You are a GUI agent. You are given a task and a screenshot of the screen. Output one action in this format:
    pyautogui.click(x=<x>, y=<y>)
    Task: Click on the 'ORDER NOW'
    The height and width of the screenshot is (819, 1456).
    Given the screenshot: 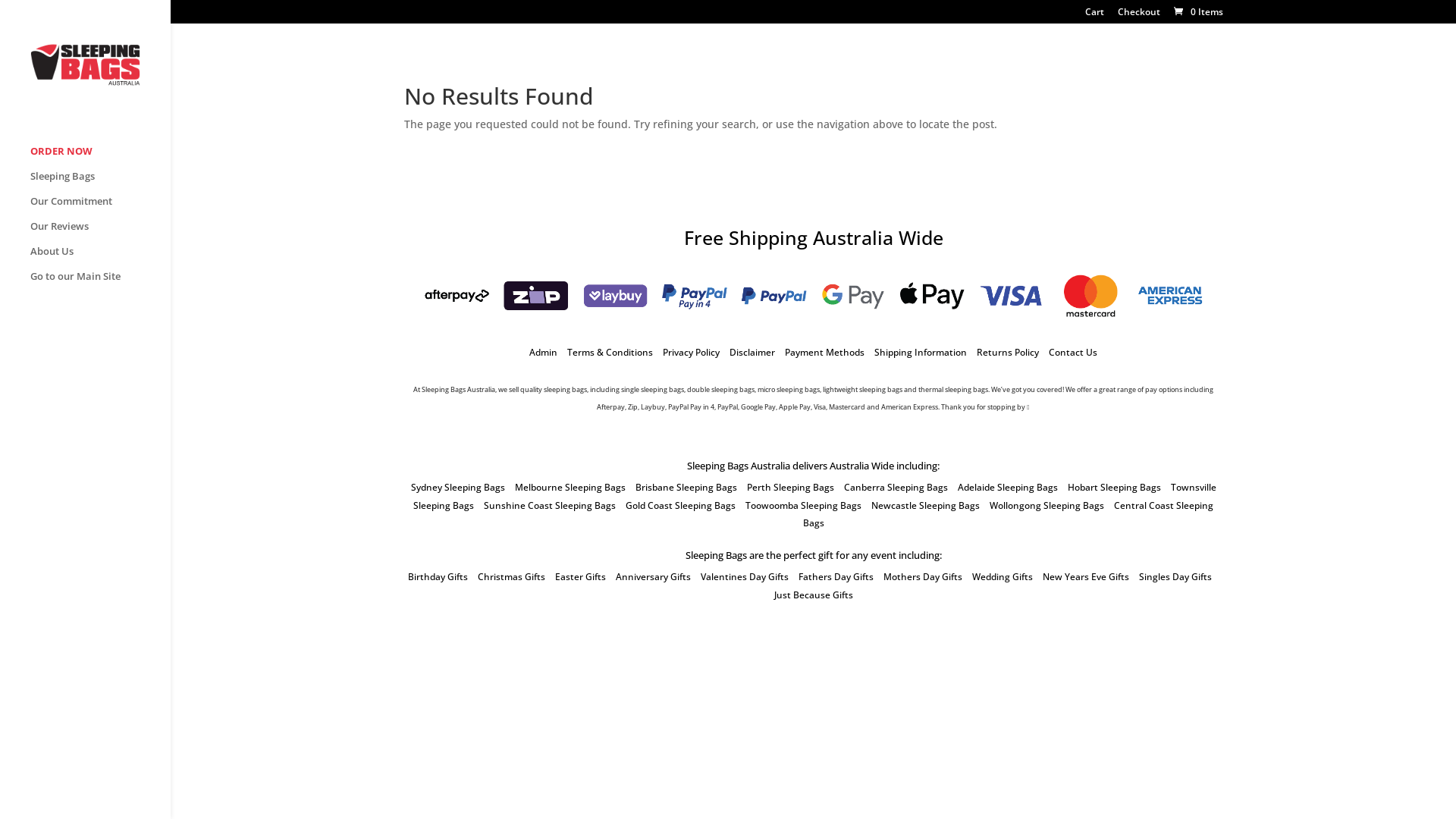 What is the action you would take?
    pyautogui.click(x=99, y=158)
    